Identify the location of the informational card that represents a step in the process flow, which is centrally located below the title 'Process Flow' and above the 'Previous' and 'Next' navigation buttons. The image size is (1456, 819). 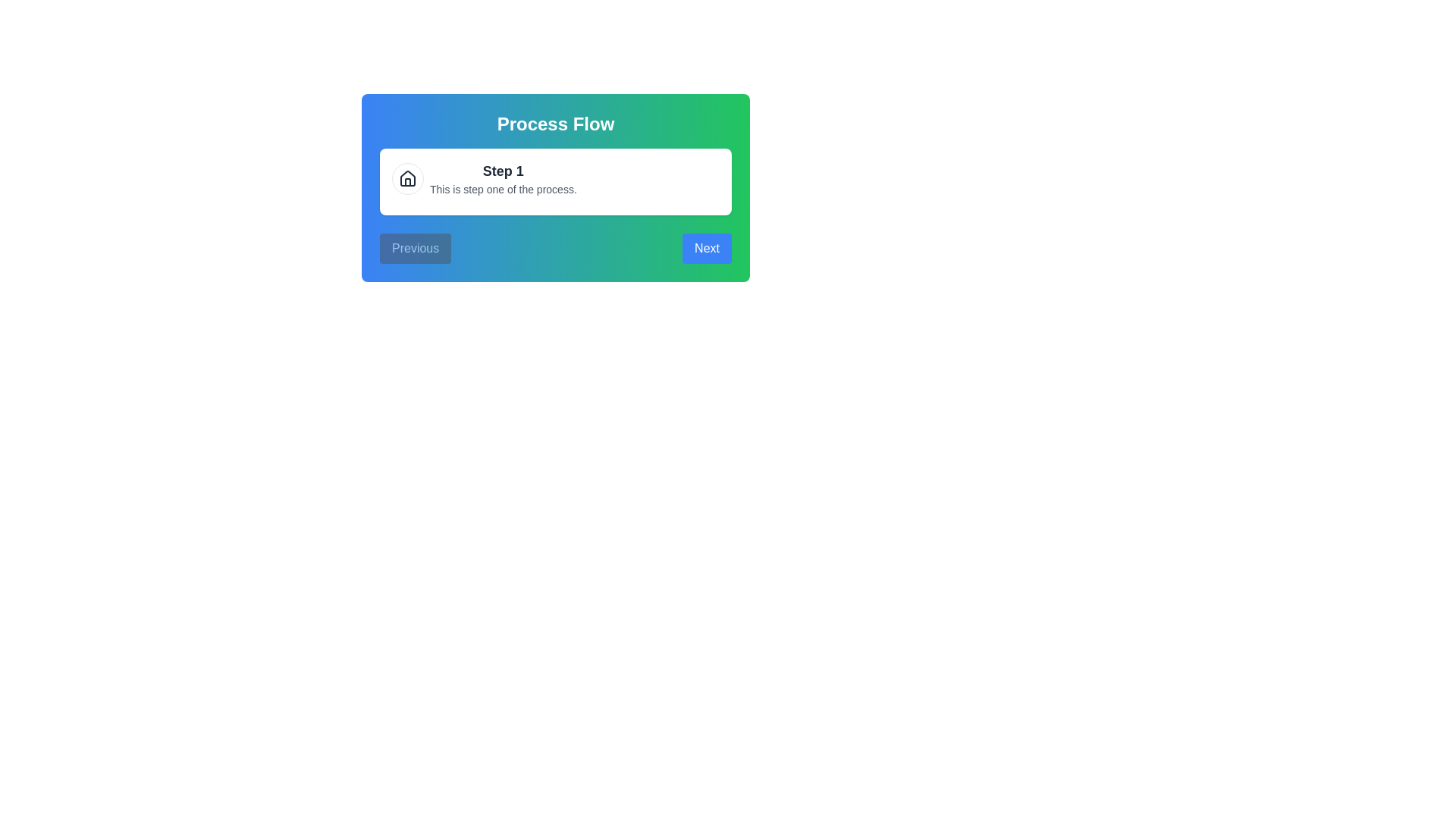
(555, 180).